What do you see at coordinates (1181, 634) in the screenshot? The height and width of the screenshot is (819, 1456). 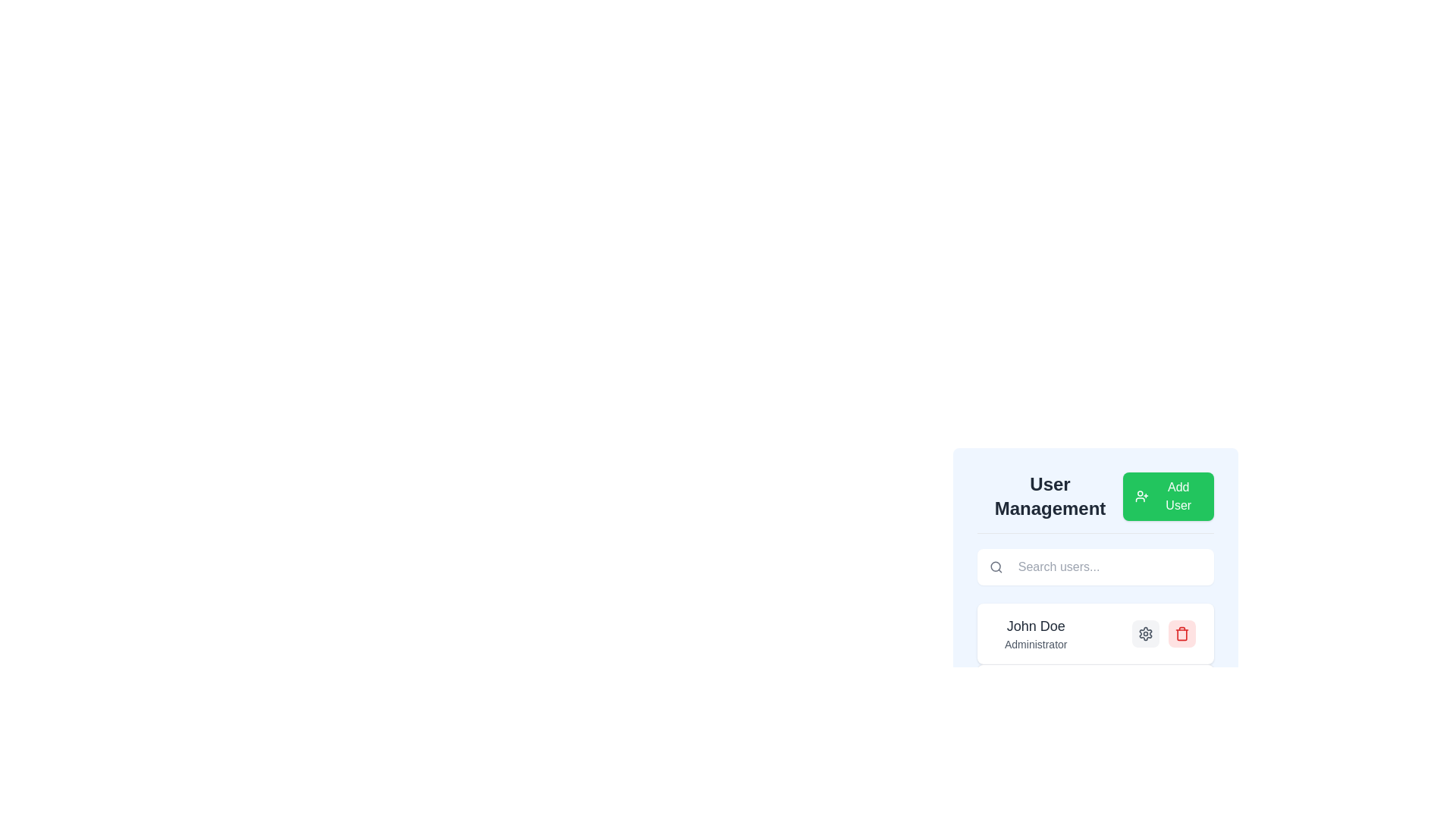 I see `the delete icon button located in the bottom-right corner of the user entry for 'John Doe'` at bounding box center [1181, 634].